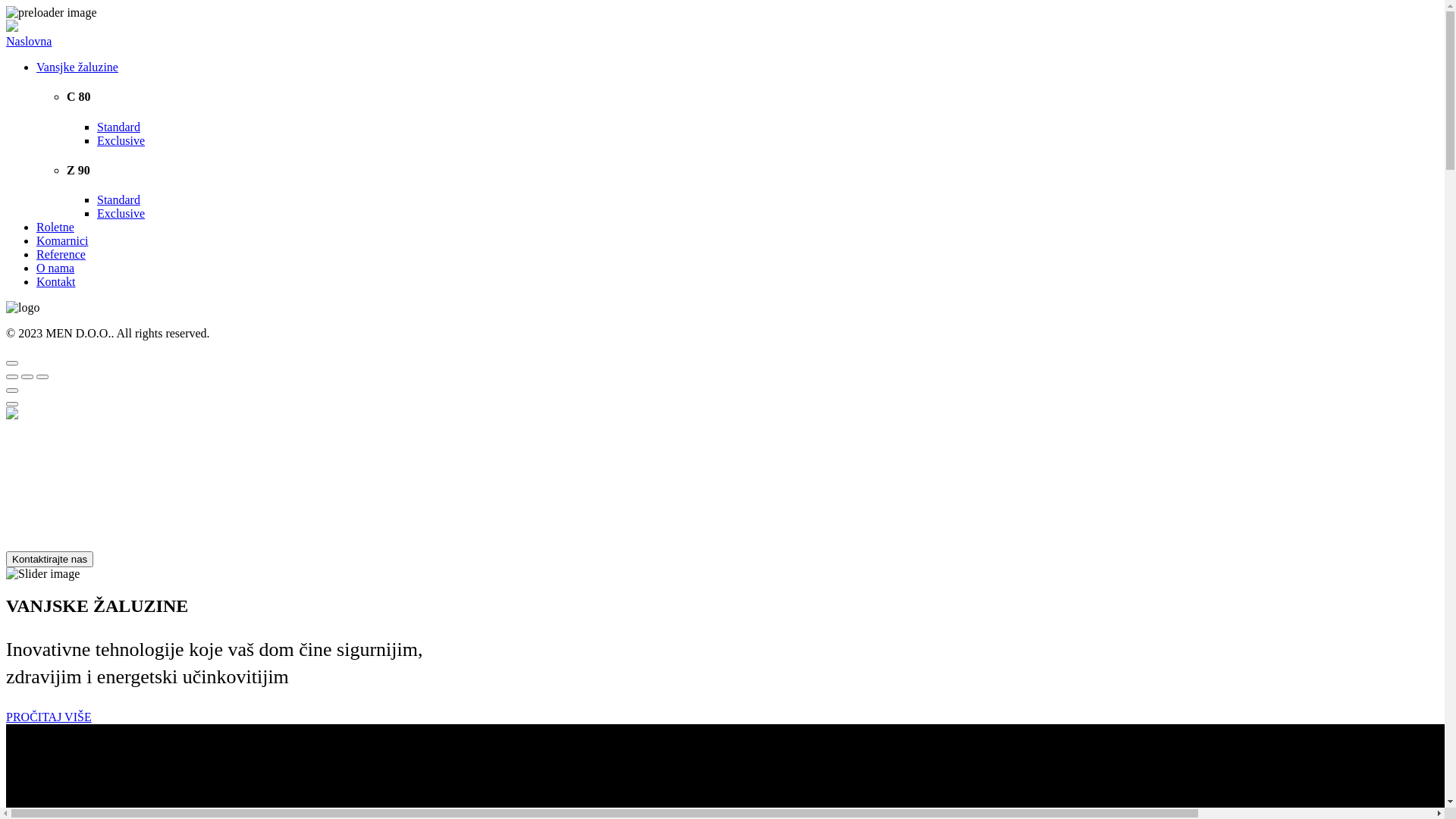 This screenshot has width=1456, height=819. What do you see at coordinates (29, 40) in the screenshot?
I see `'Naslovna'` at bounding box center [29, 40].